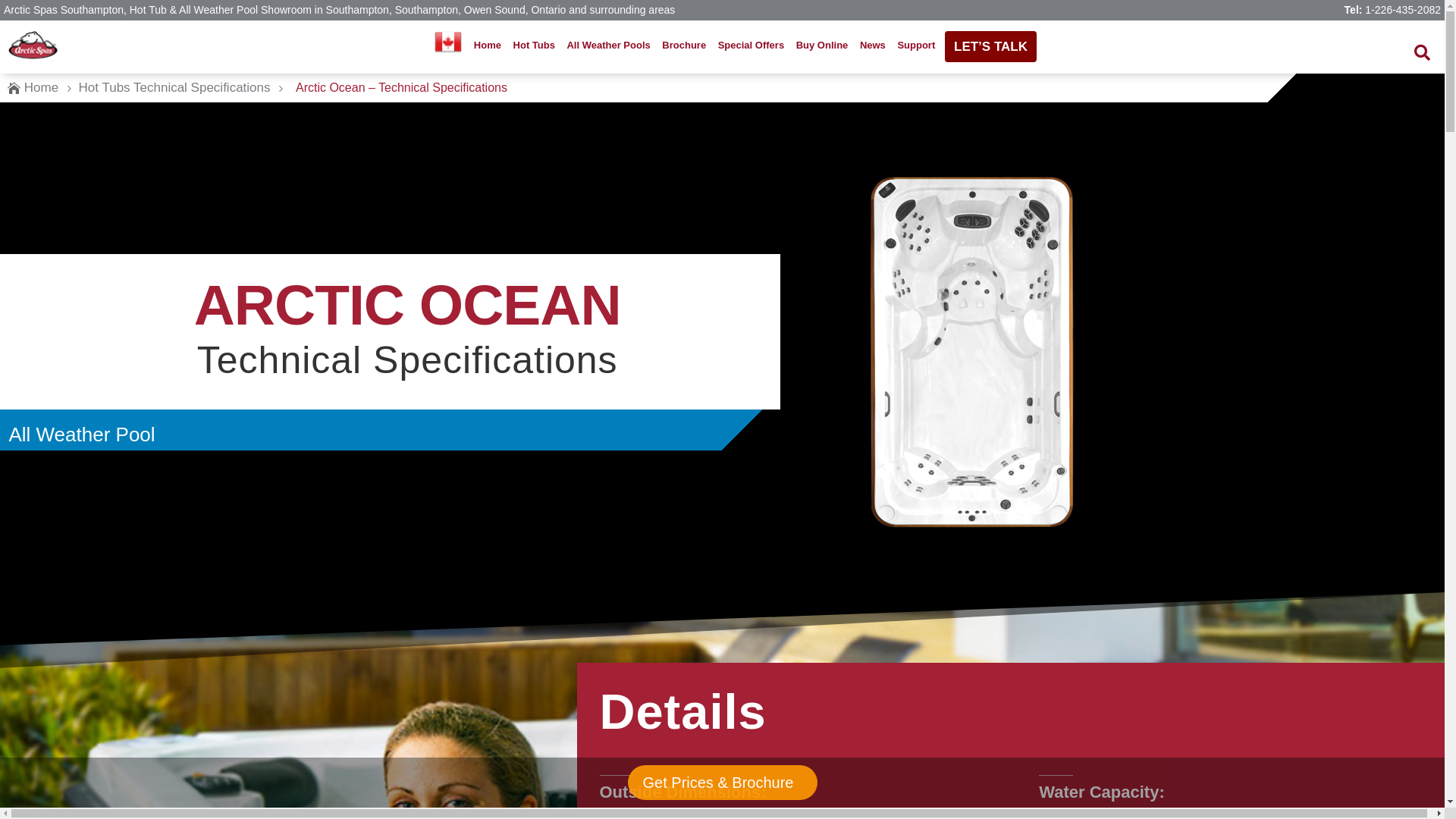 This screenshot has width=1456, height=819. Describe the element at coordinates (312, 783) in the screenshot. I see `'Get Prices & Brochure'` at that location.